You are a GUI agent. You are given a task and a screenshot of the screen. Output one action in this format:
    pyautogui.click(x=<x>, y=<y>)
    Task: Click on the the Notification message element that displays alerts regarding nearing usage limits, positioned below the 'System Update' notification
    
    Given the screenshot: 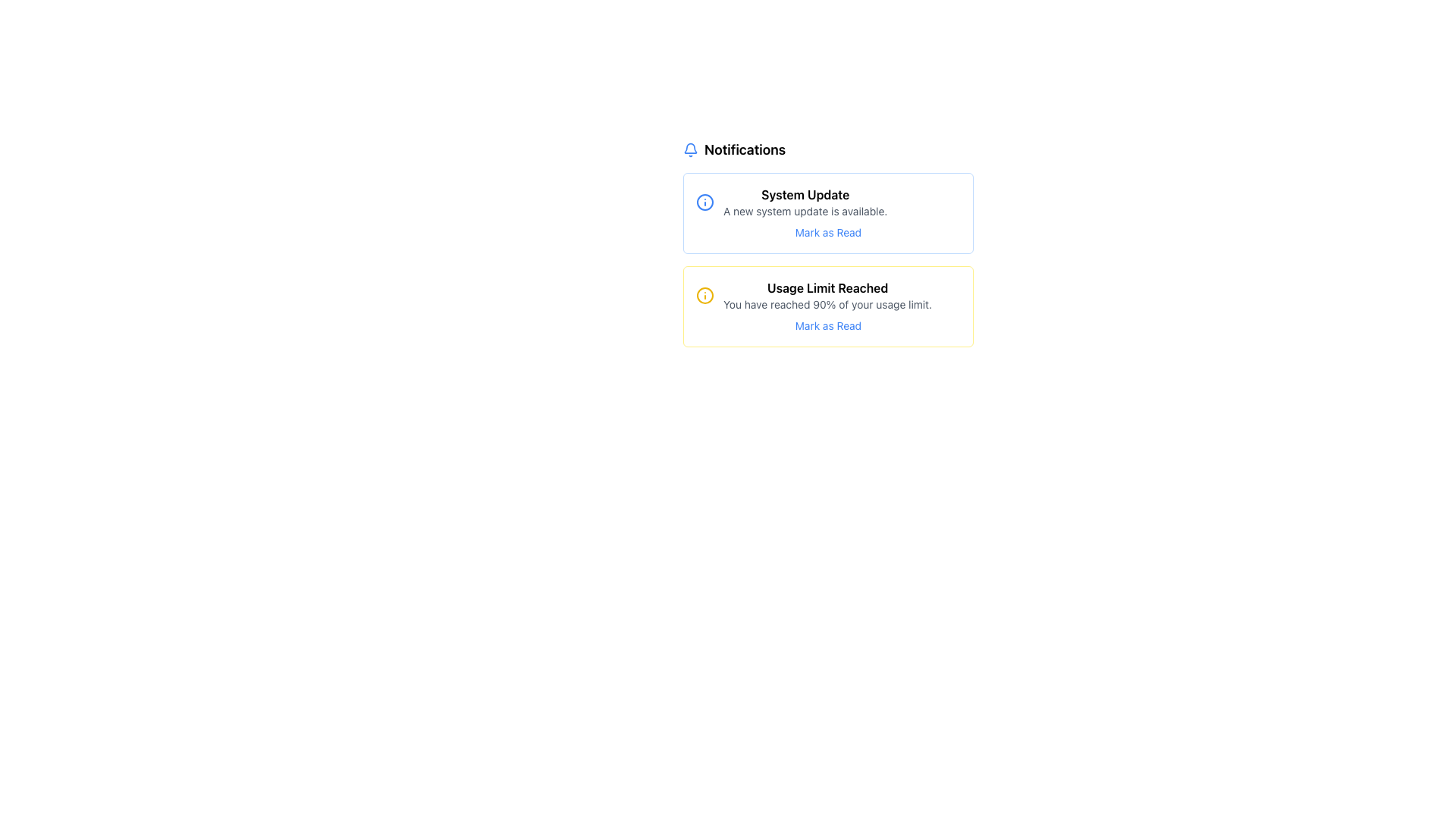 What is the action you would take?
    pyautogui.click(x=827, y=295)
    